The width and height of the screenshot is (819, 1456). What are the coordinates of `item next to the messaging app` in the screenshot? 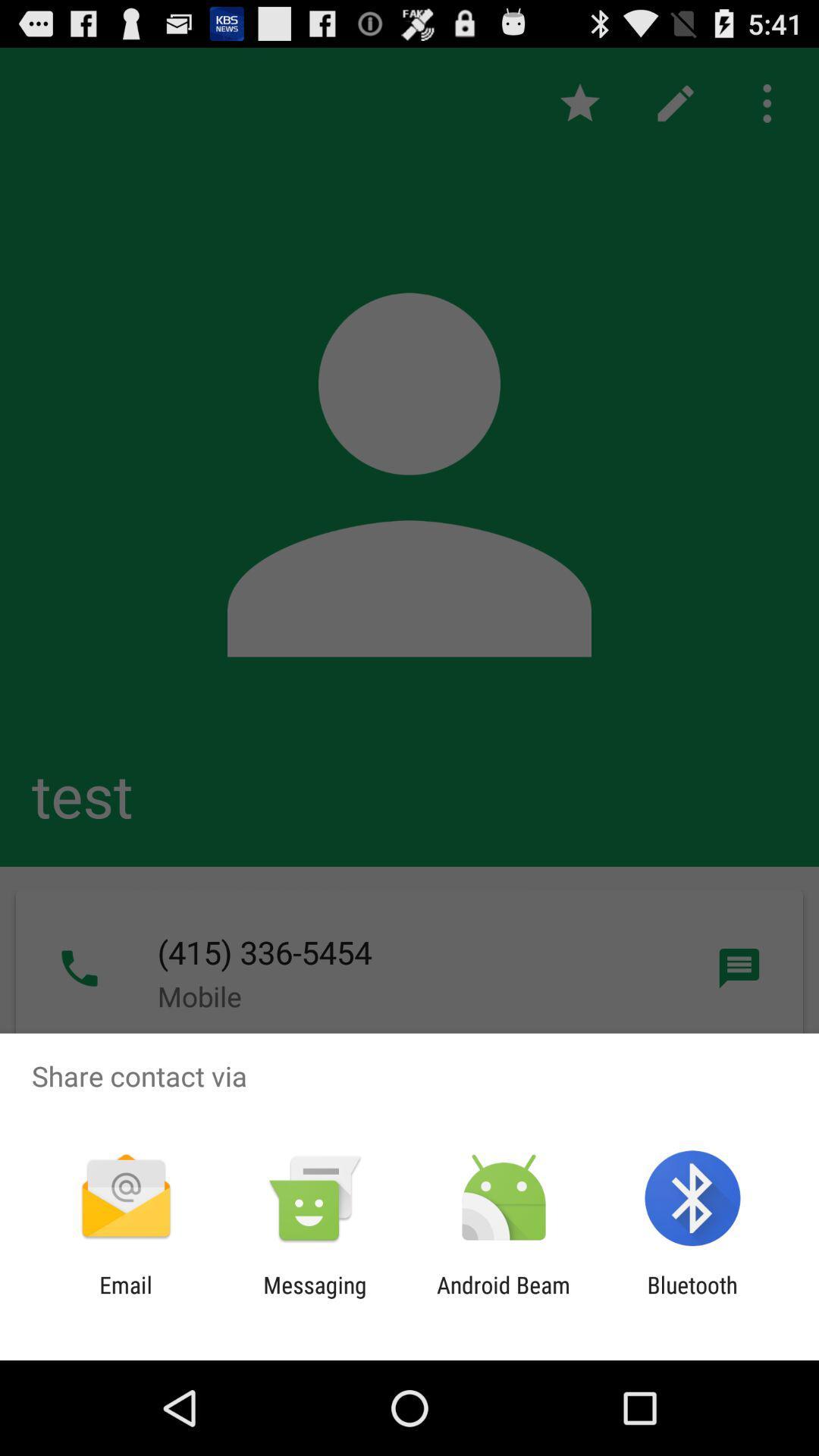 It's located at (125, 1298).